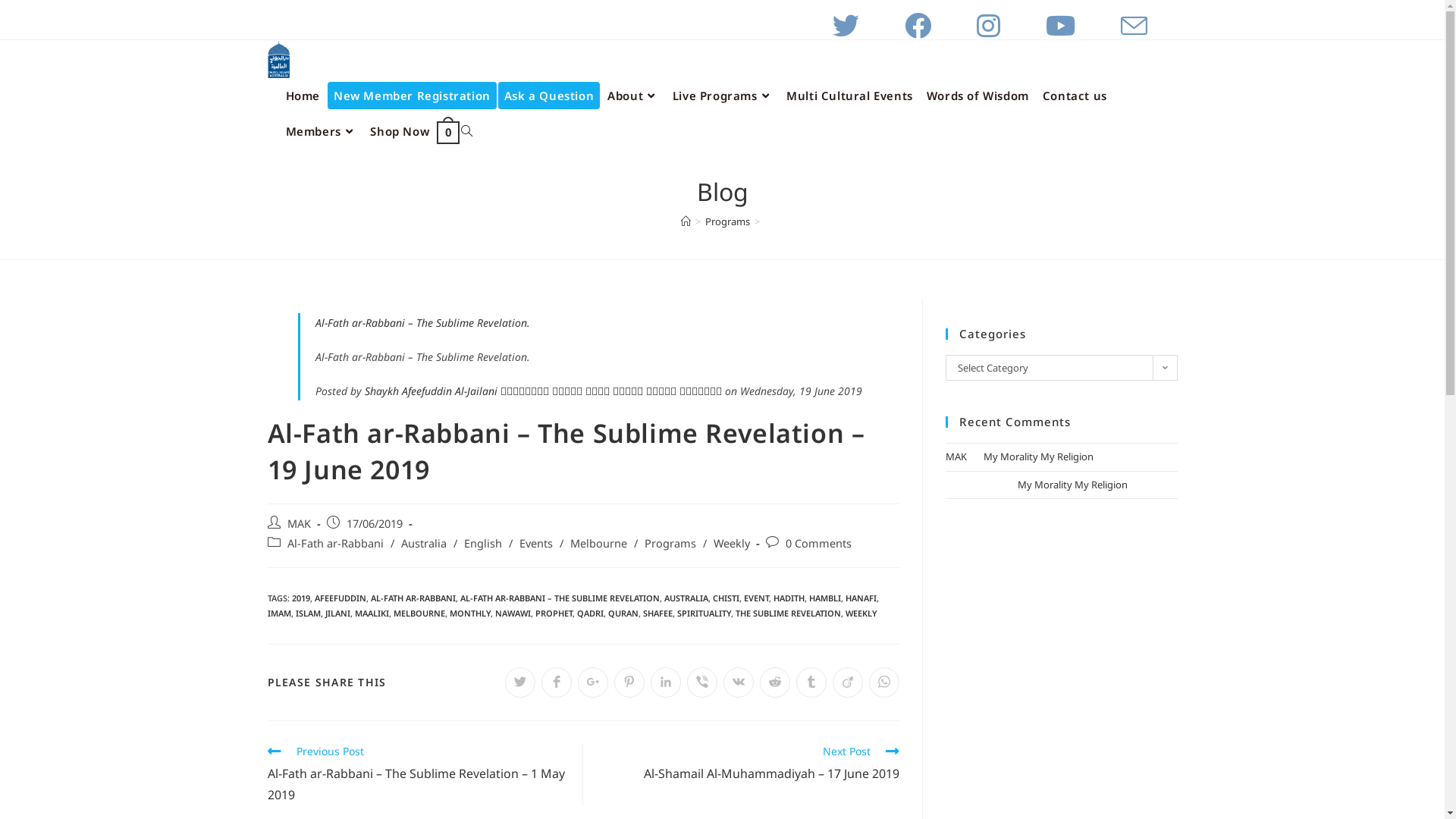 This screenshot has height=819, width=1456. Describe the element at coordinates (482, 542) in the screenshot. I see `'English'` at that location.